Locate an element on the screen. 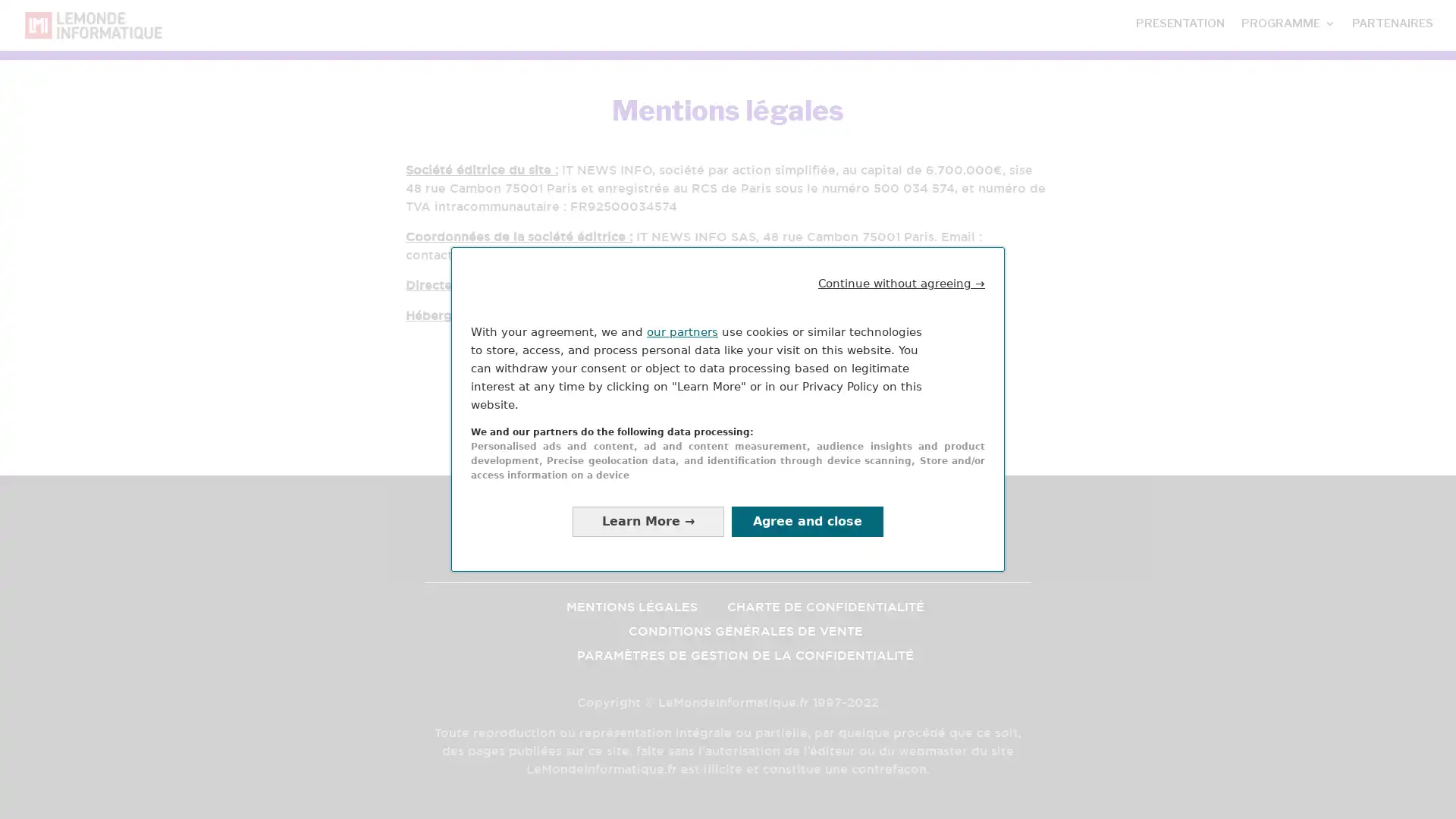 Image resolution: width=1456 pixels, height=819 pixels. Agree to our data processing and close is located at coordinates (807, 520).